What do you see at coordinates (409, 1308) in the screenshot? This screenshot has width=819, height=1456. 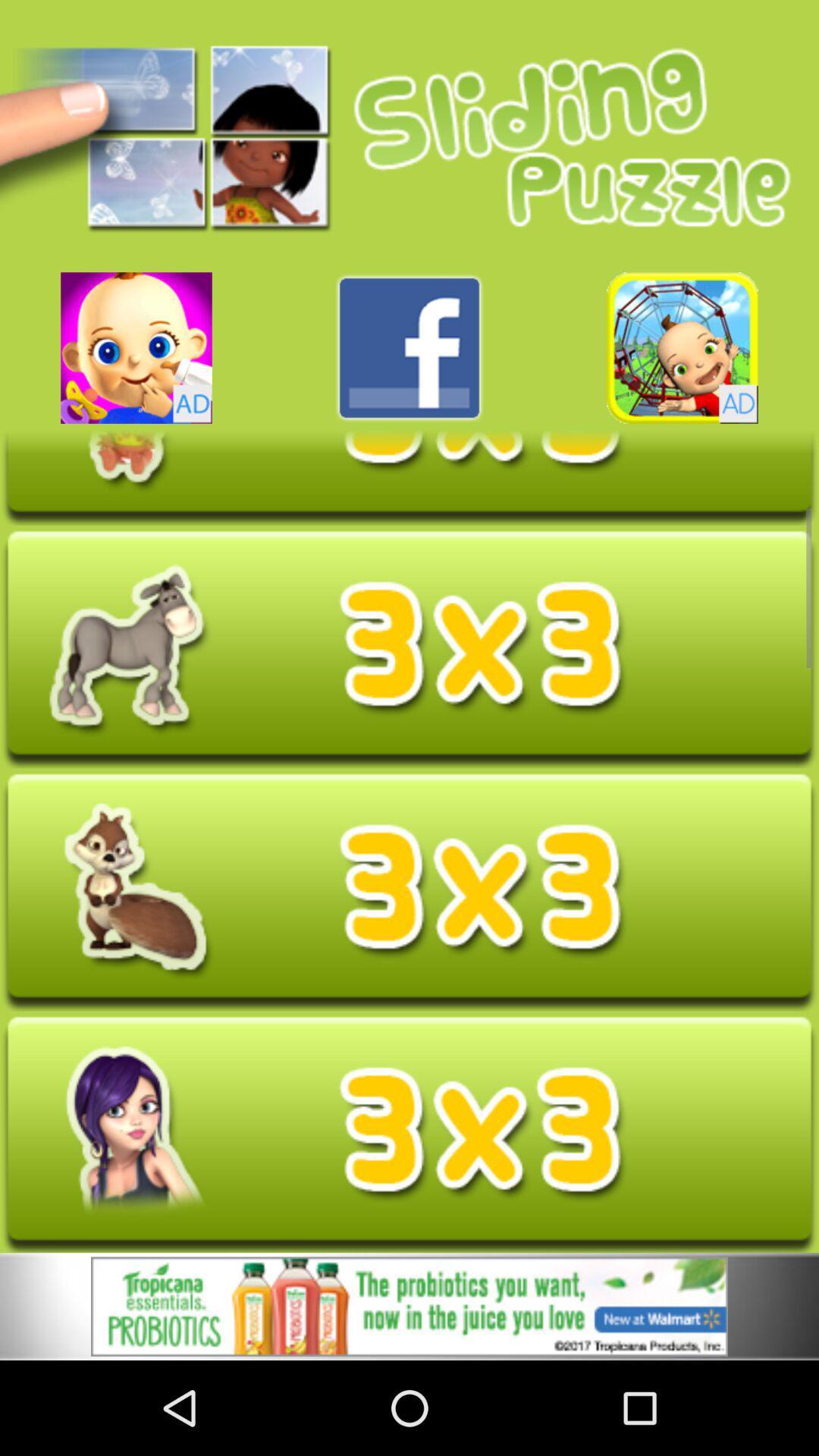 I see `adverttisment box` at bounding box center [409, 1308].